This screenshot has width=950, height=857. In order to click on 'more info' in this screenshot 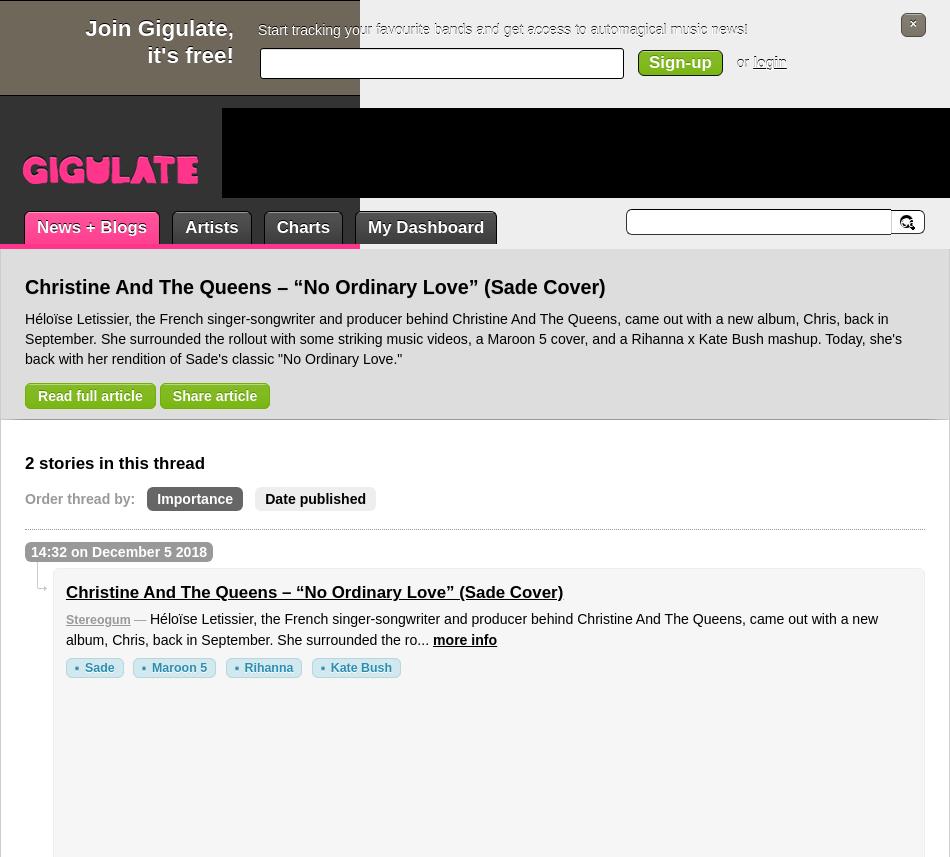, I will do `click(464, 640)`.